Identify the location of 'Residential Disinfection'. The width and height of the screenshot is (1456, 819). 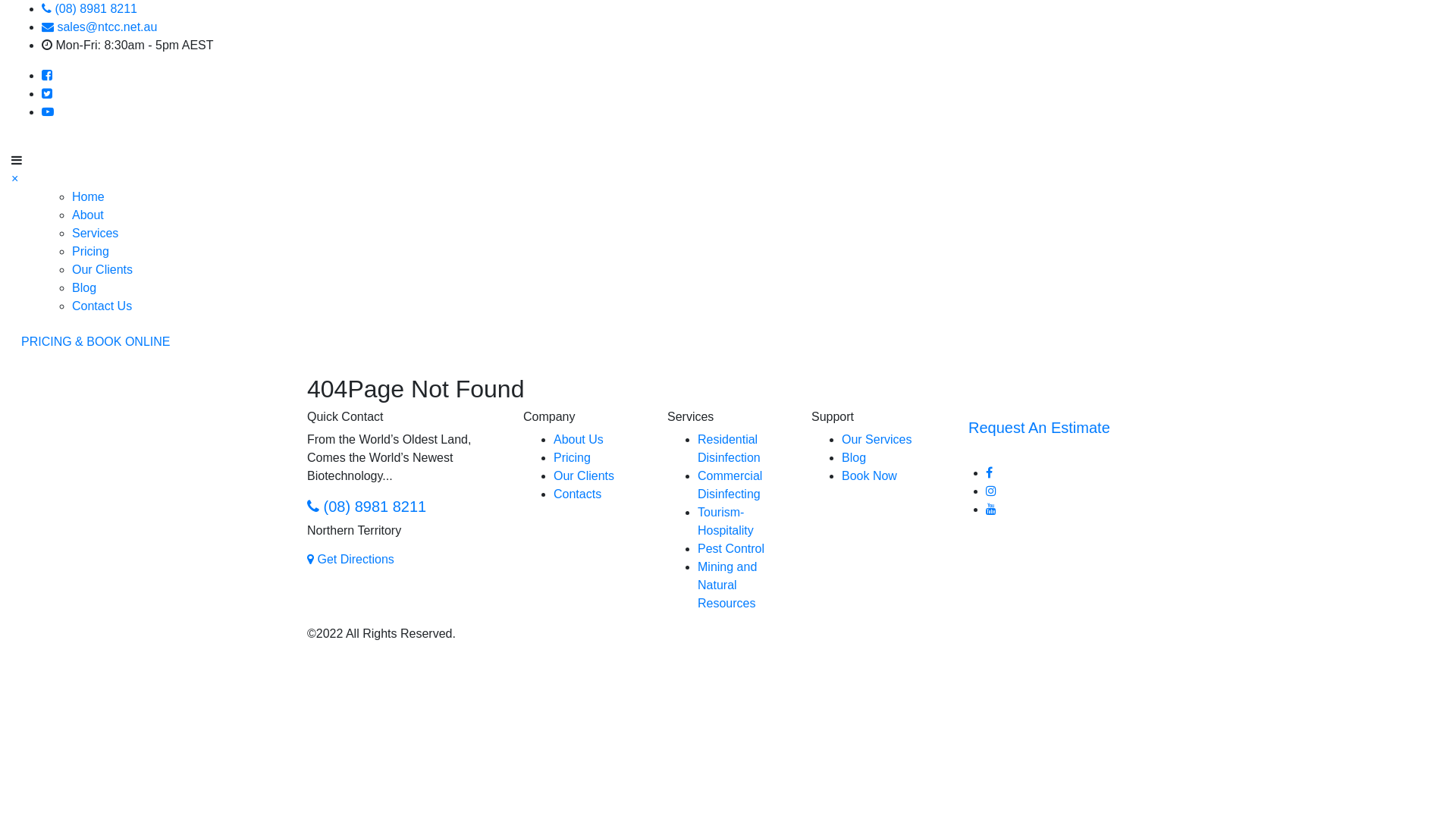
(729, 447).